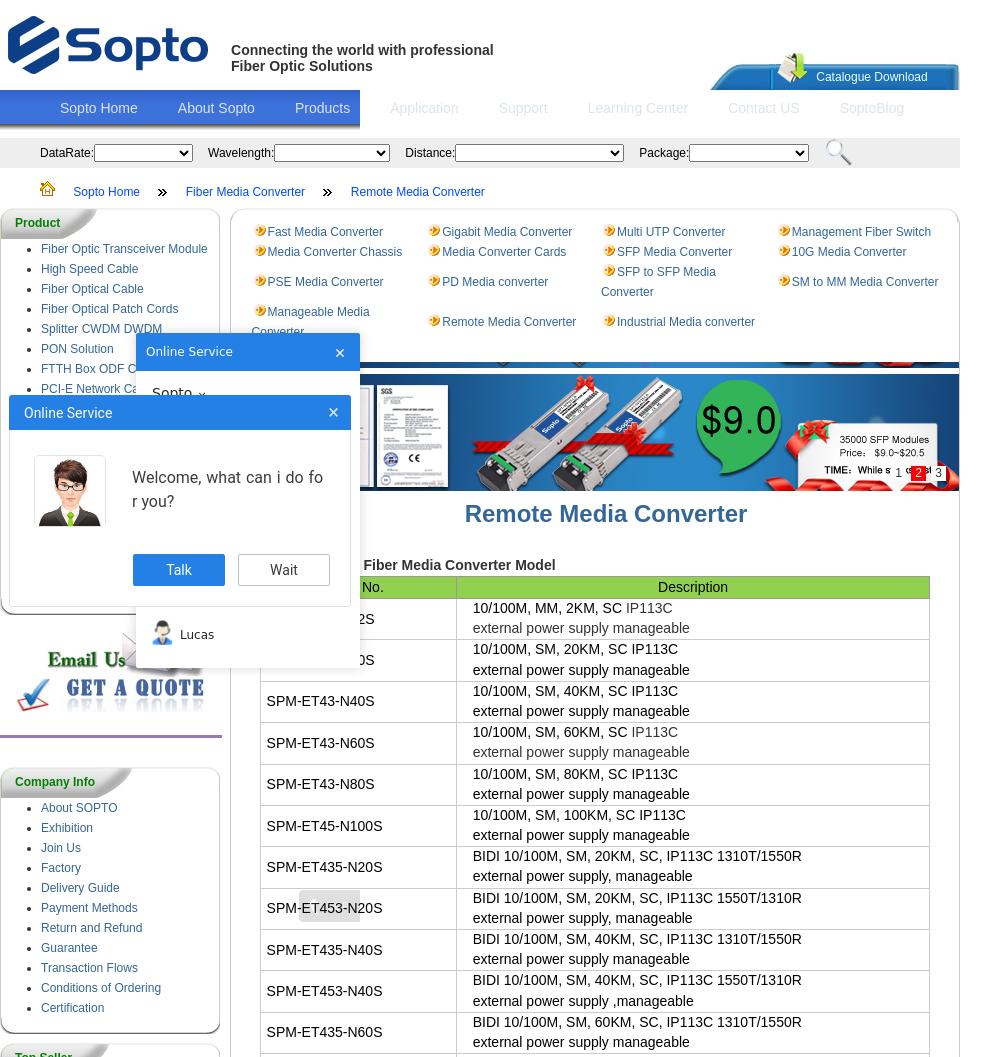 Image resolution: width=1000 pixels, height=1057 pixels. I want to click on 'Lucinda', so click(180, 422).